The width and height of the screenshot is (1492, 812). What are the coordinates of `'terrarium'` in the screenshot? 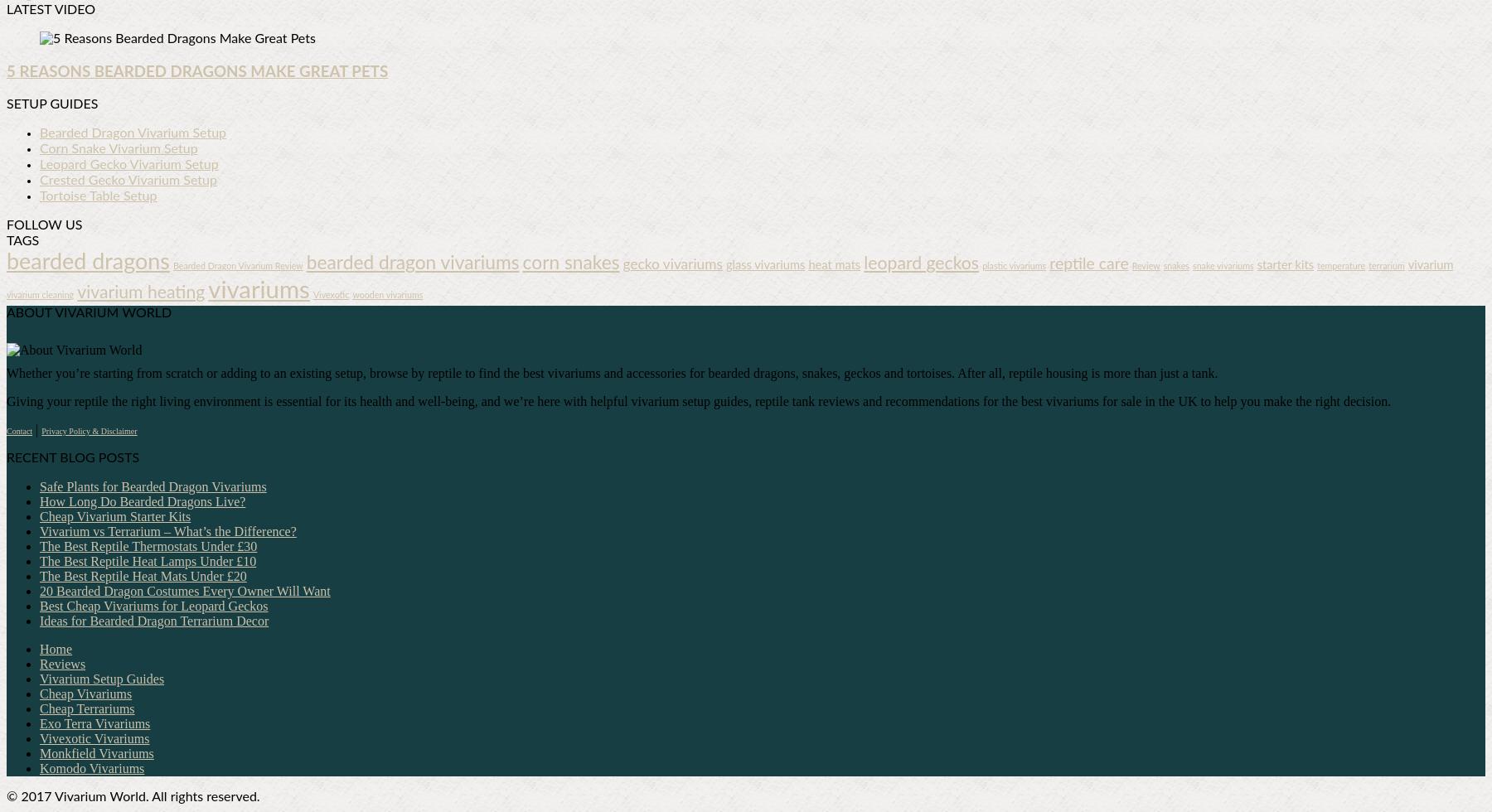 It's located at (1385, 266).